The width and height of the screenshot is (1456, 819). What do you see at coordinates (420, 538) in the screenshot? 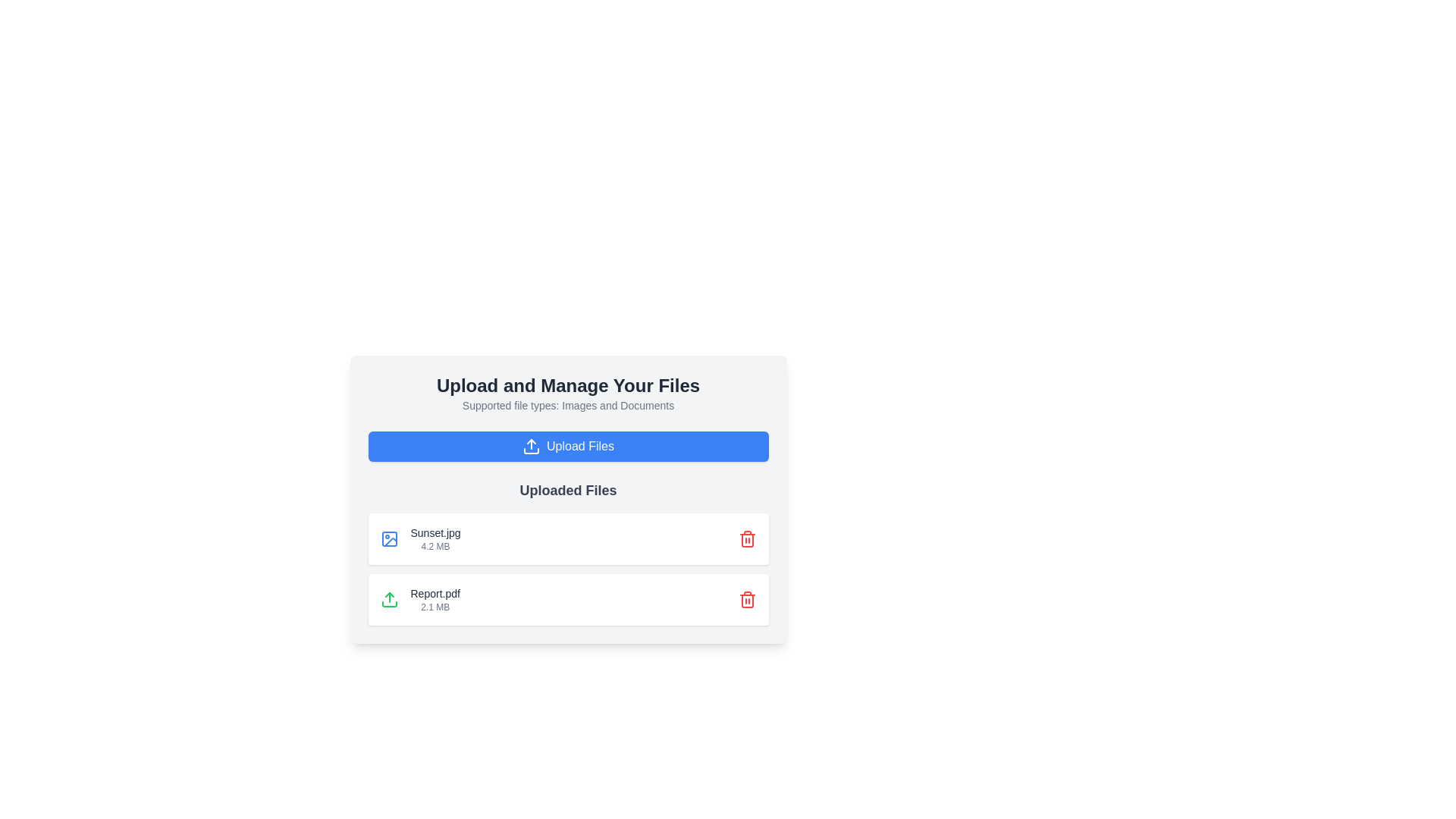
I see `the first file entry displaying 'Sunset.jpg' with a size indicator of '4.2 MB', located below the 'Upload Files' button` at bounding box center [420, 538].